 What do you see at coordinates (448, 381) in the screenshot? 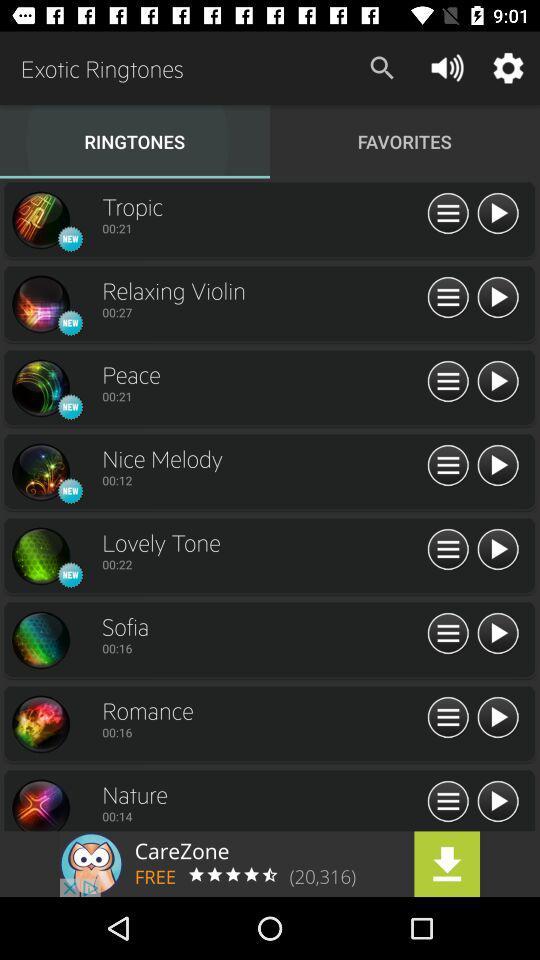
I see `more option` at bounding box center [448, 381].